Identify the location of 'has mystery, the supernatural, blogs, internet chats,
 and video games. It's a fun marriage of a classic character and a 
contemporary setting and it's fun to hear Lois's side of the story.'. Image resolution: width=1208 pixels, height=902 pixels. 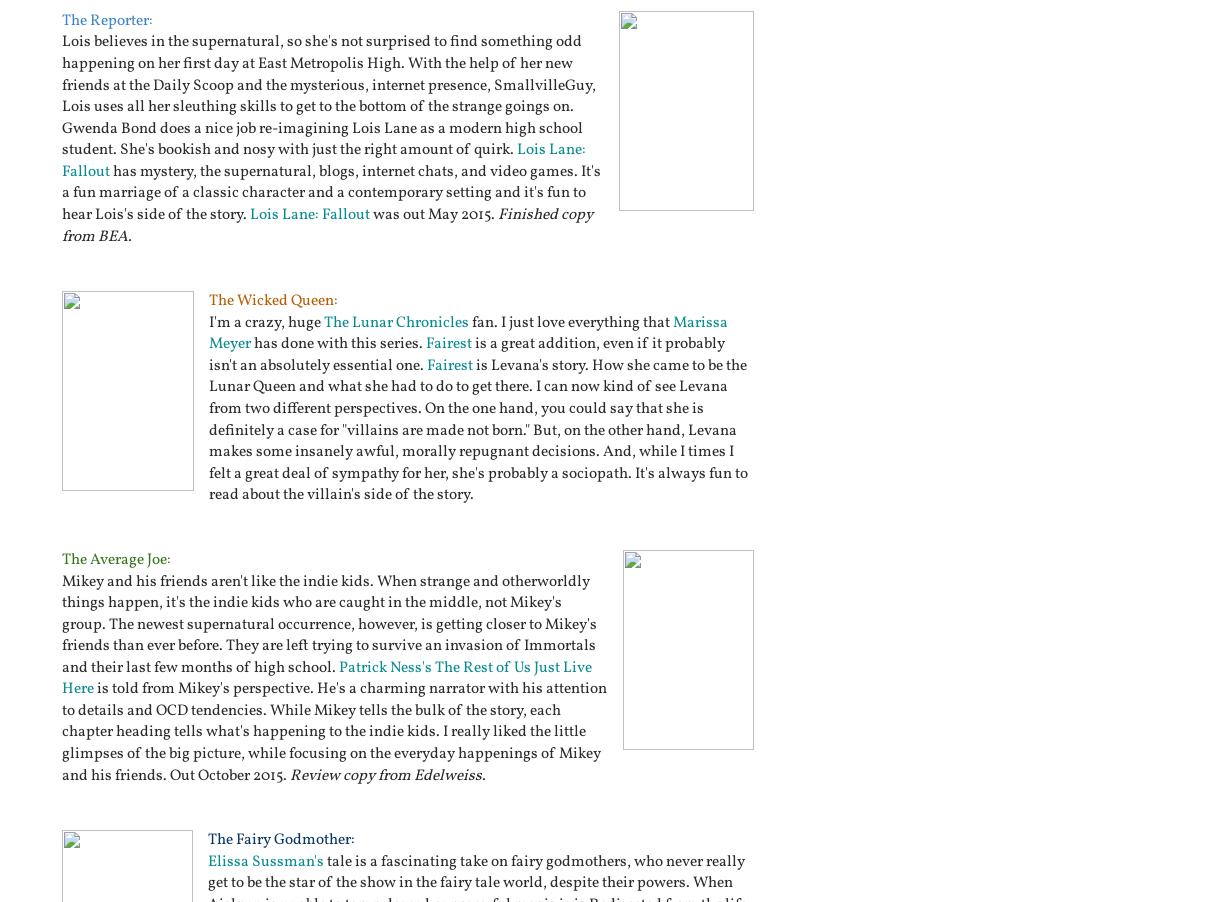
(330, 191).